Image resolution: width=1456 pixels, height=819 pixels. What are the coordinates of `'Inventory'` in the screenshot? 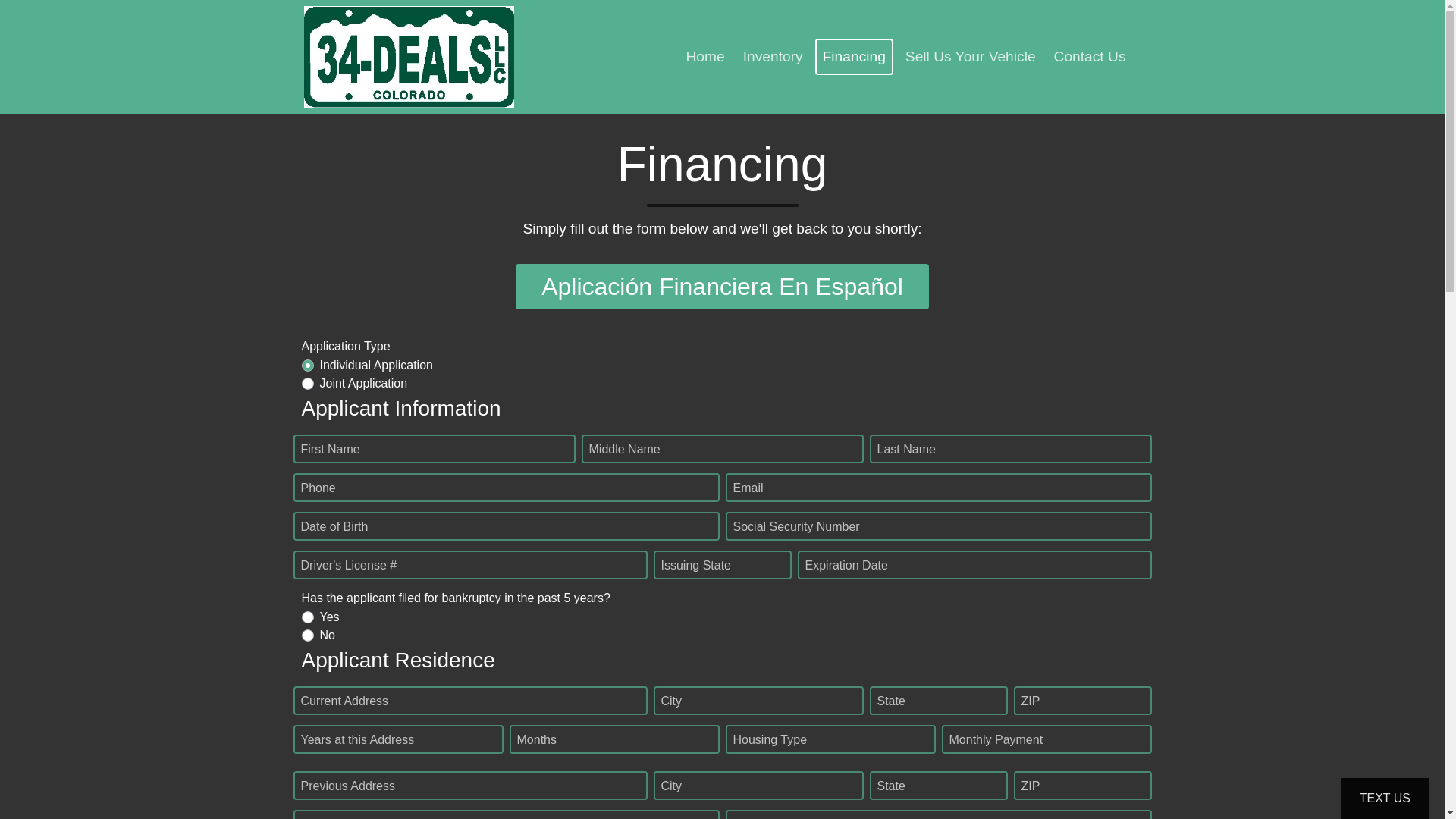 It's located at (773, 56).